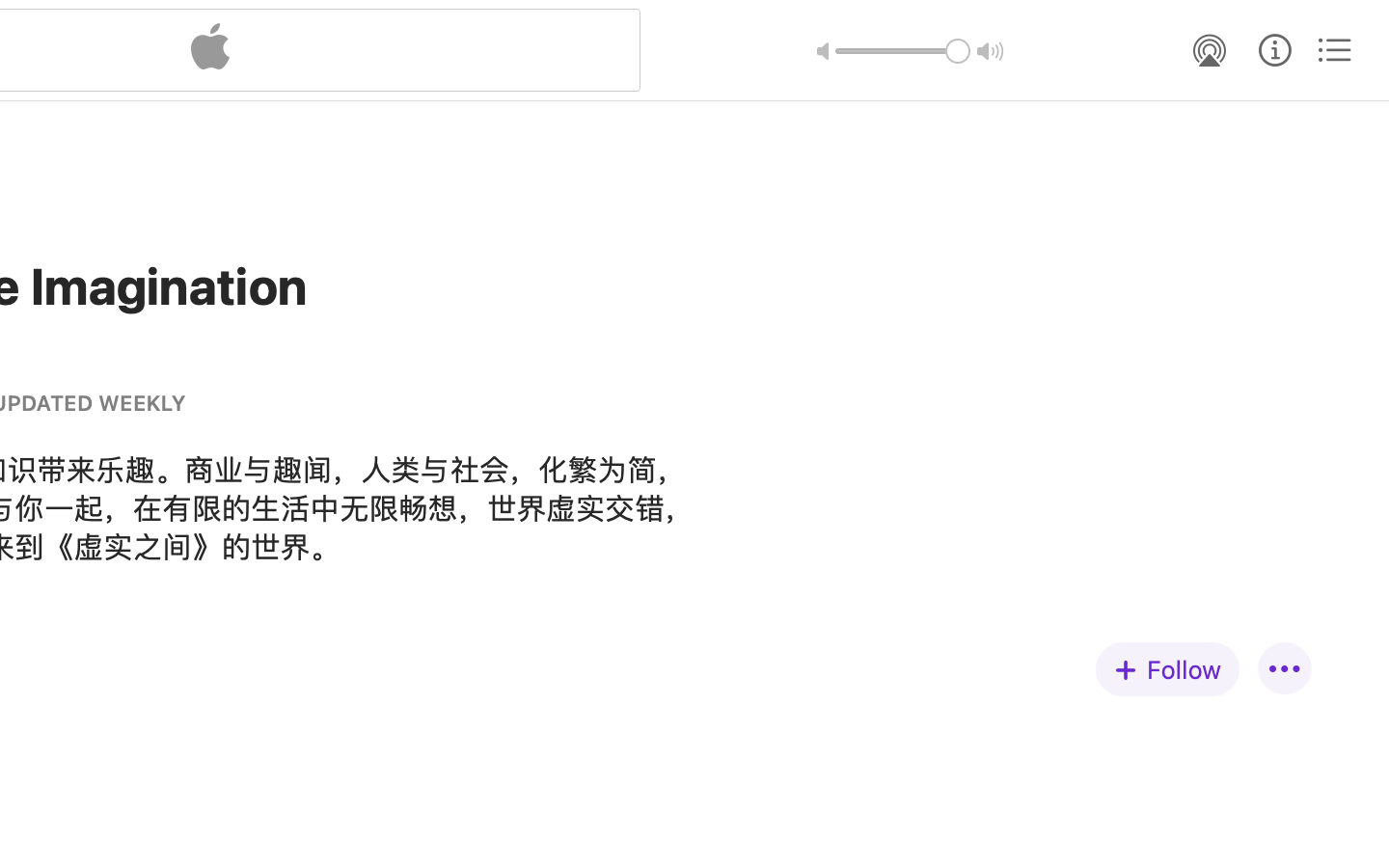 This screenshot has height=868, width=1389. Describe the element at coordinates (903, 50) in the screenshot. I see `'1.0'` at that location.